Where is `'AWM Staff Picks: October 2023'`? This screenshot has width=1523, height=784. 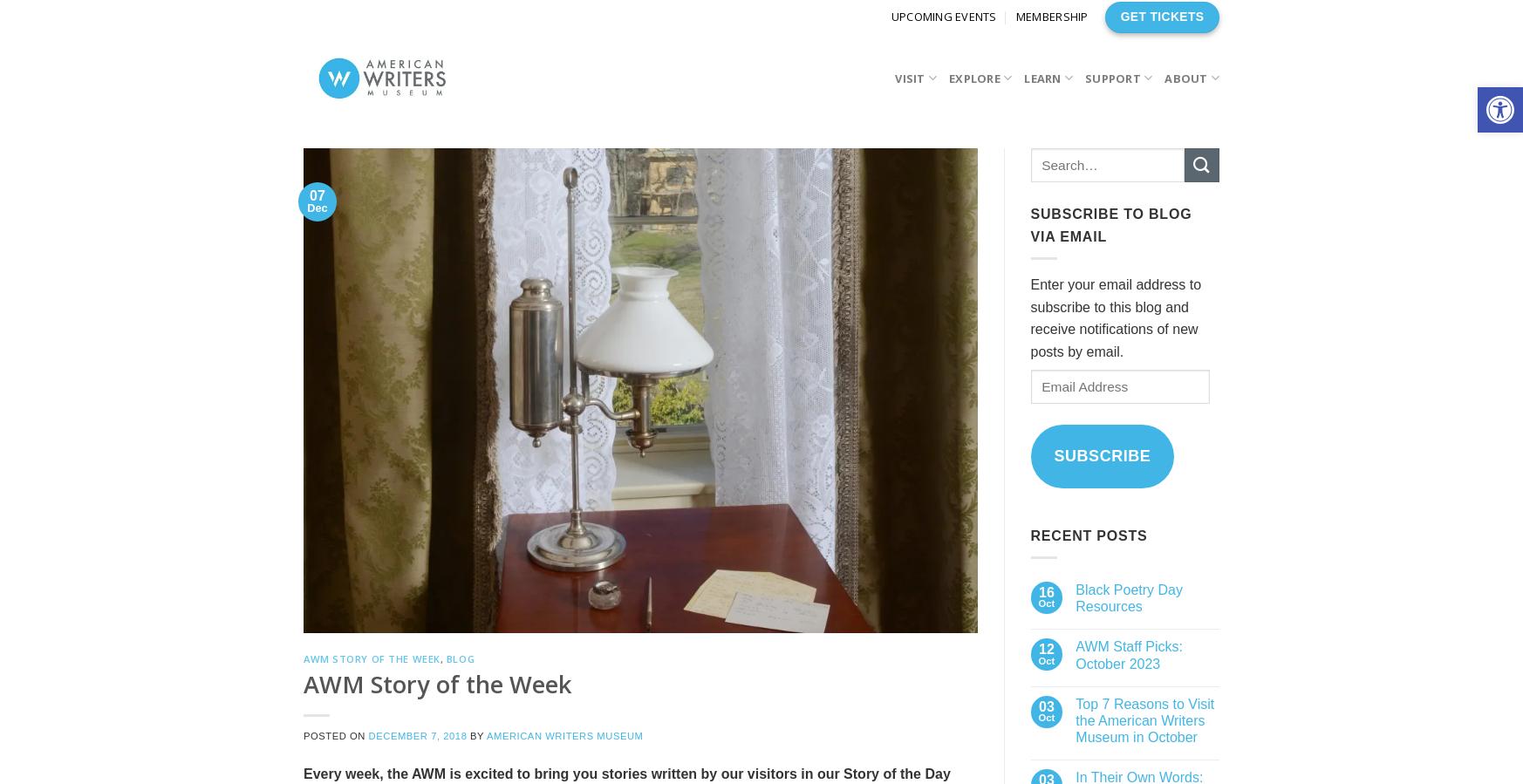
'AWM Staff Picks: October 2023' is located at coordinates (1127, 655).